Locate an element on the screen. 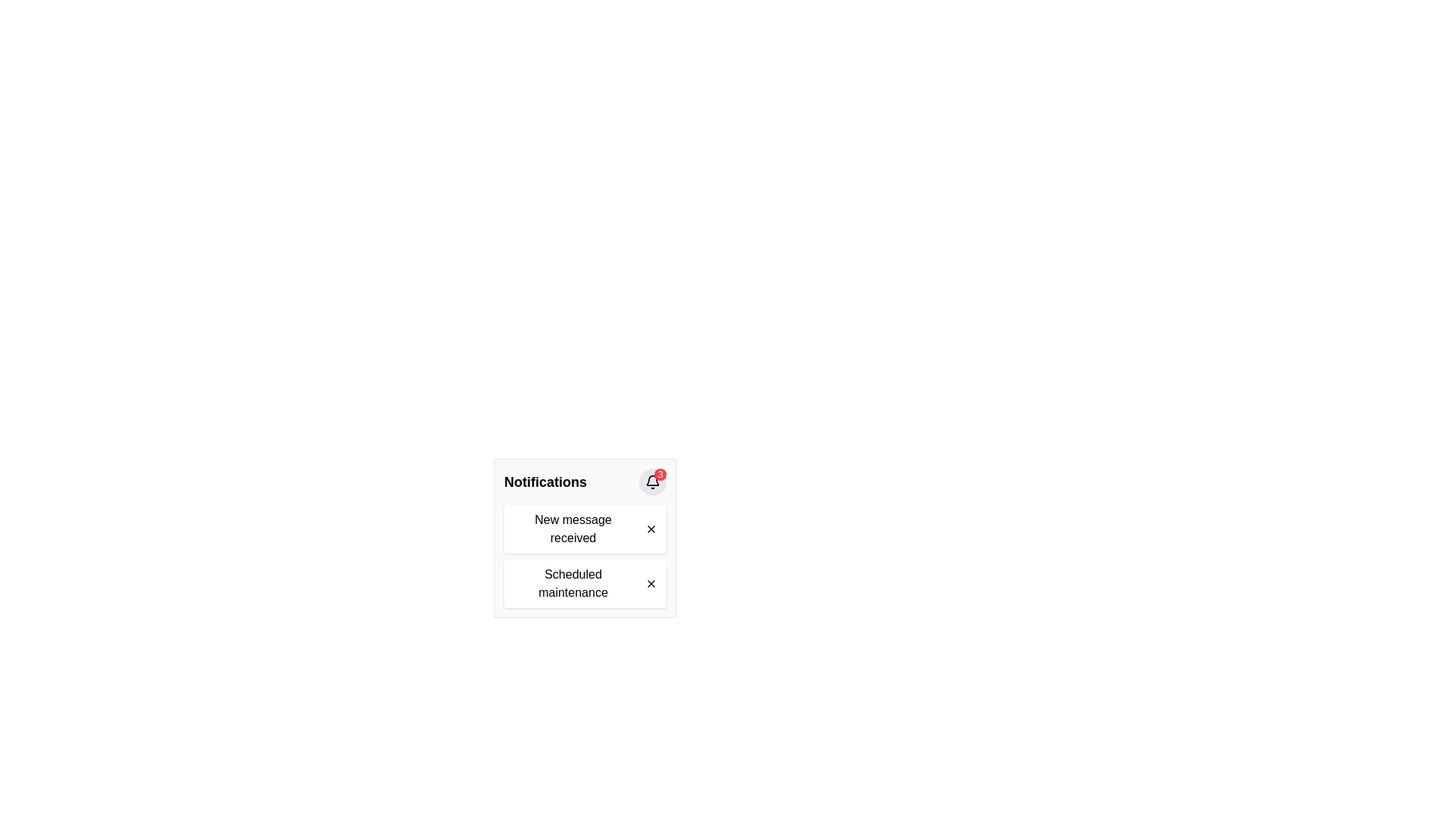 The height and width of the screenshot is (819, 1456). the text label displaying the notification message 'Scheduled maintenance', which is positioned within a notification item box and is the second item below the notification title is located at coordinates (572, 583).